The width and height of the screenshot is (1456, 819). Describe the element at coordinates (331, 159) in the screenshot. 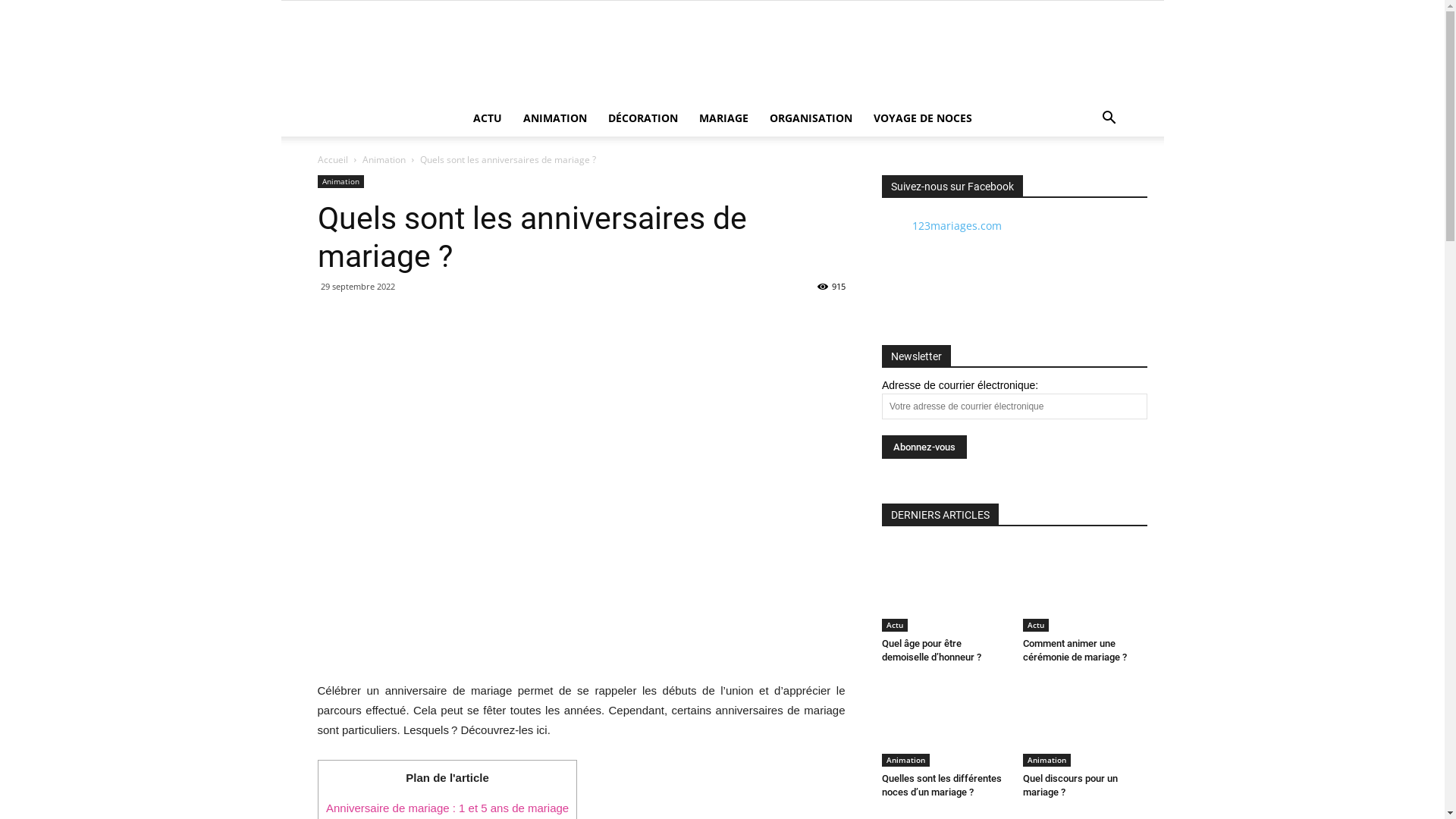

I see `'Accueil'` at that location.